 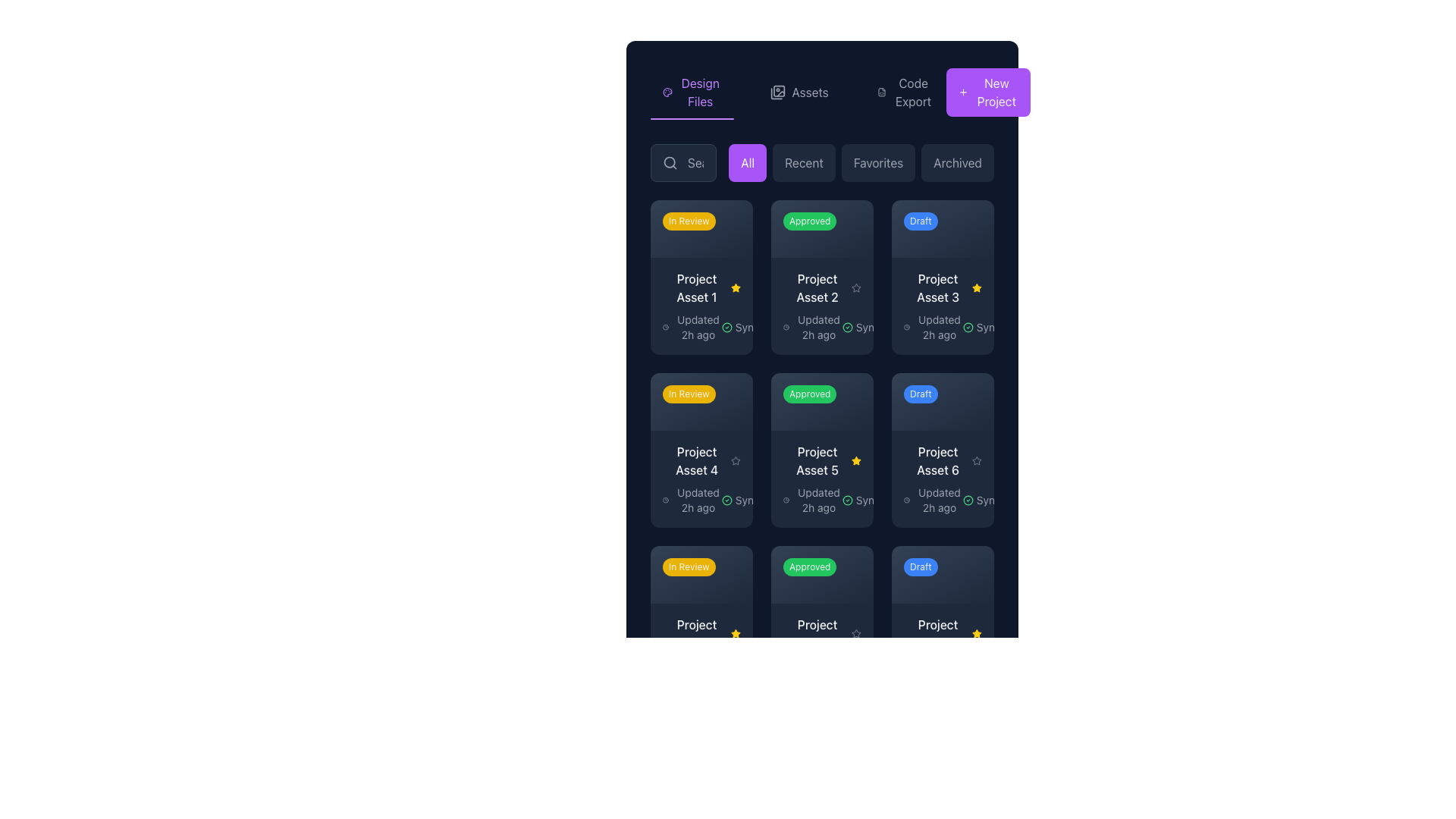 What do you see at coordinates (817, 633) in the screenshot?
I see `the Text label that serves as a title for the associated project card, located under the 'Project Asset 6' card in the lower center of the grid` at bounding box center [817, 633].